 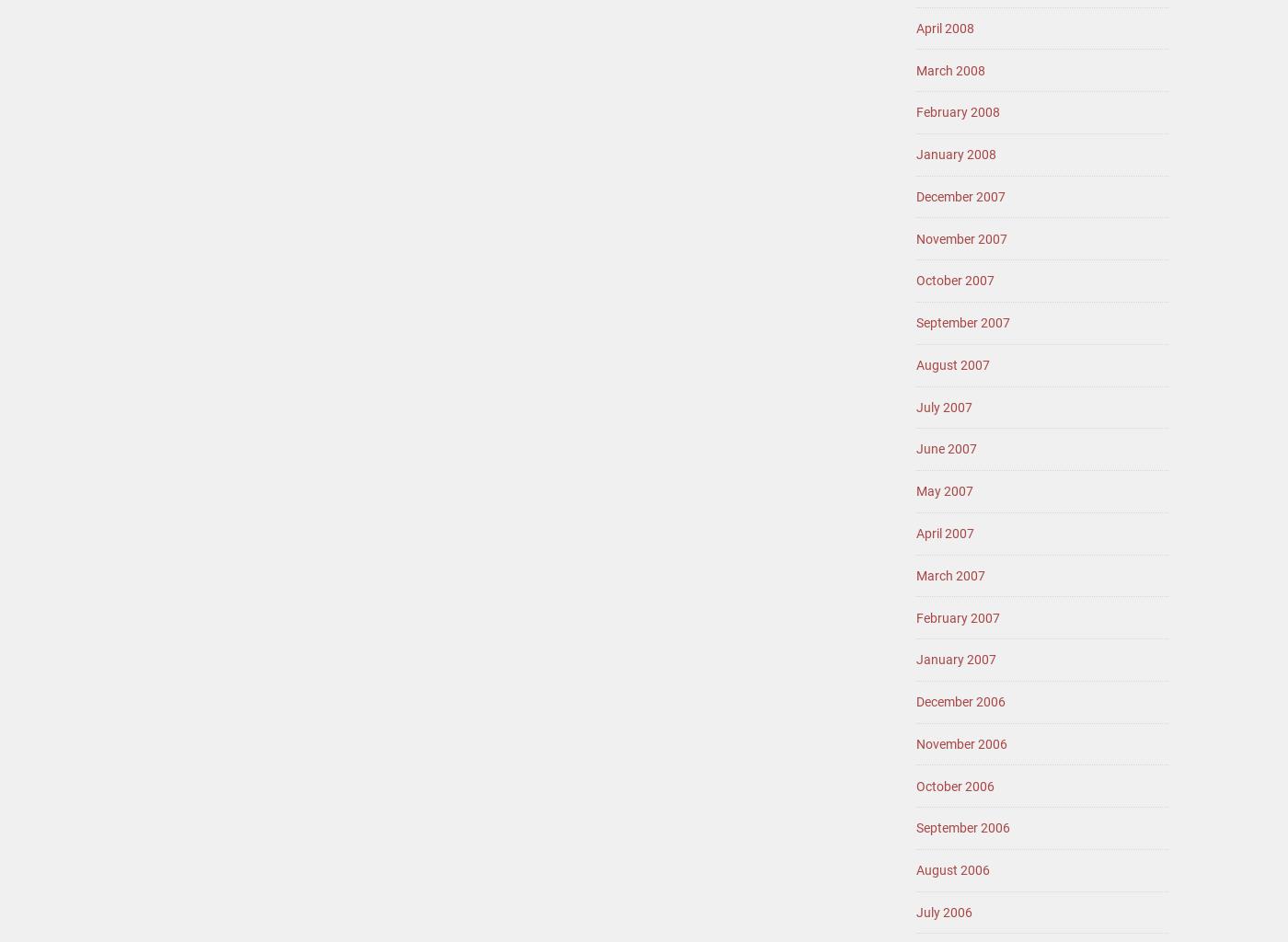 What do you see at coordinates (963, 826) in the screenshot?
I see `'September 2006'` at bounding box center [963, 826].